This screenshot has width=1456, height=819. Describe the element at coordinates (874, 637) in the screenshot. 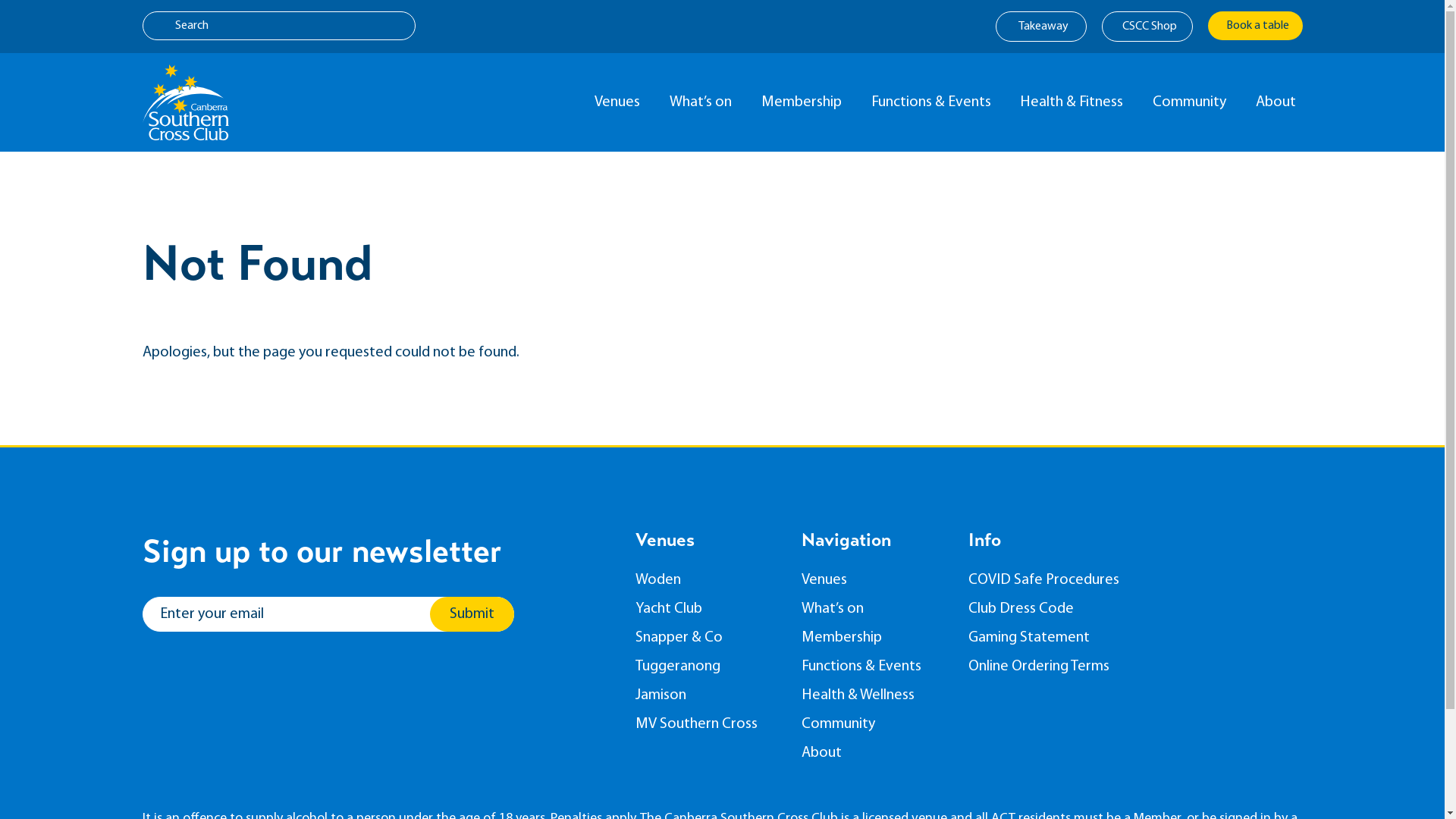

I see `'Membership'` at that location.